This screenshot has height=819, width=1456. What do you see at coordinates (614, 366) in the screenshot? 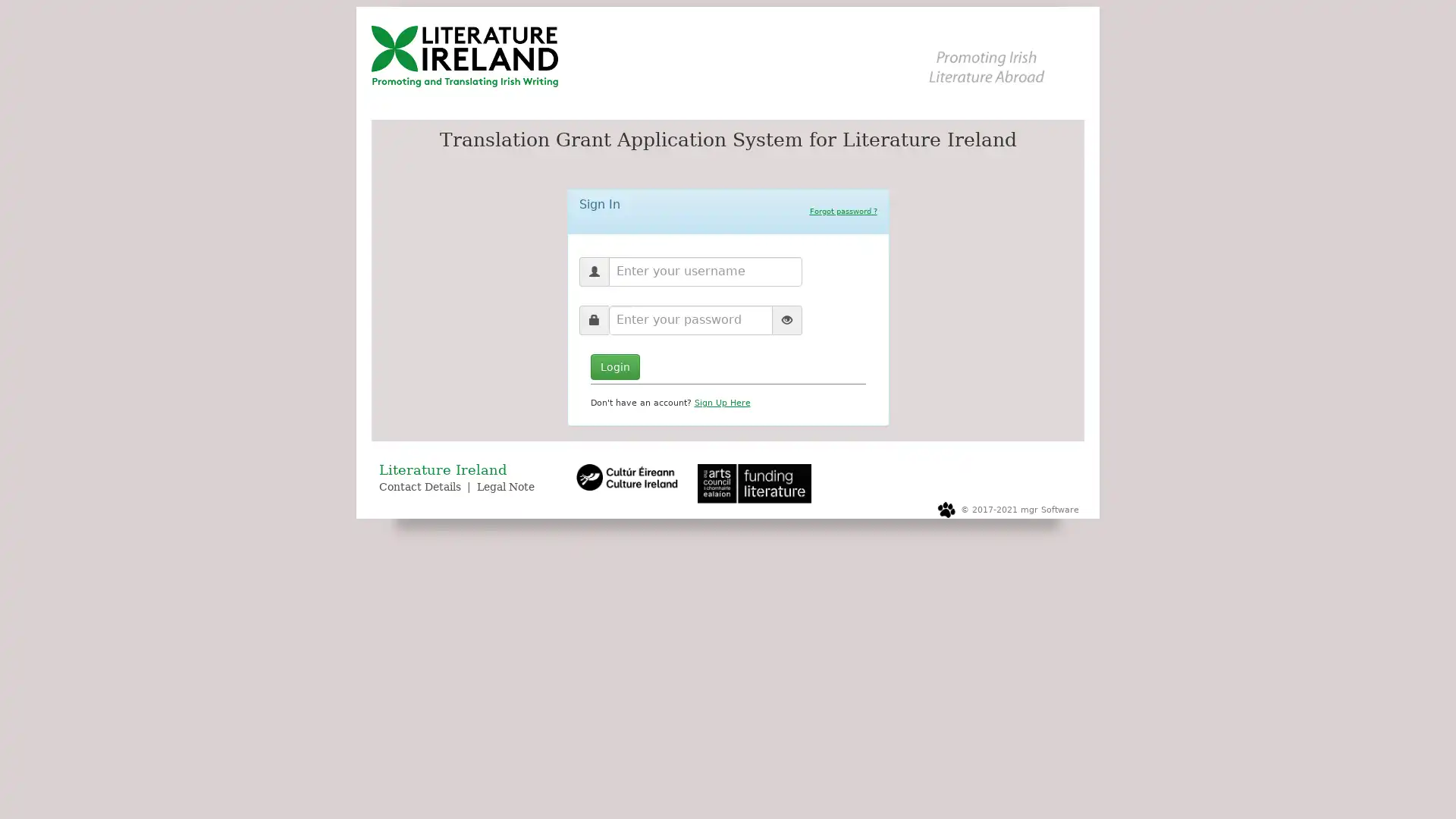
I see `Login` at bounding box center [614, 366].